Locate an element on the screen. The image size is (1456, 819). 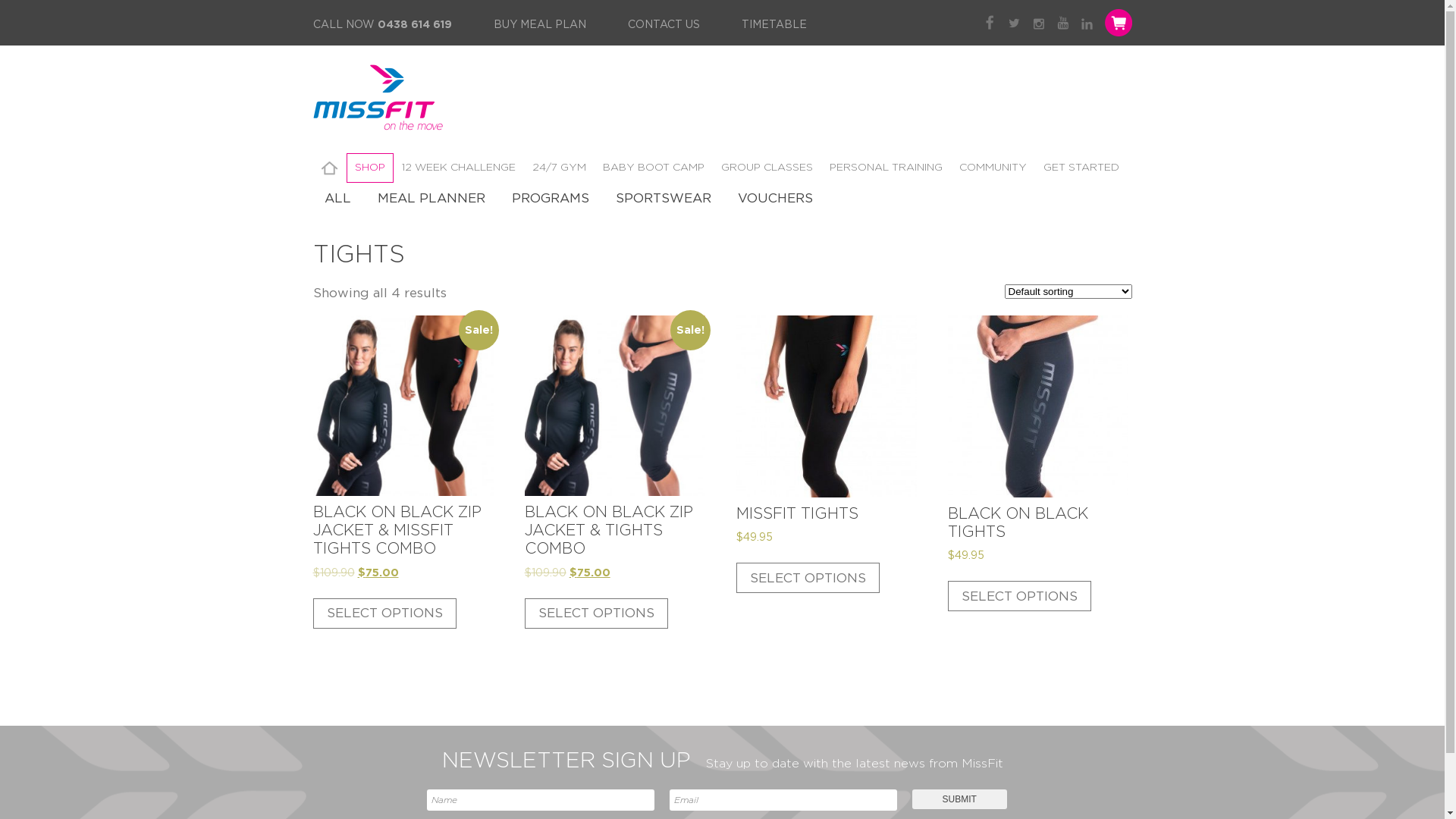
'COMMUNITY' is located at coordinates (949, 168).